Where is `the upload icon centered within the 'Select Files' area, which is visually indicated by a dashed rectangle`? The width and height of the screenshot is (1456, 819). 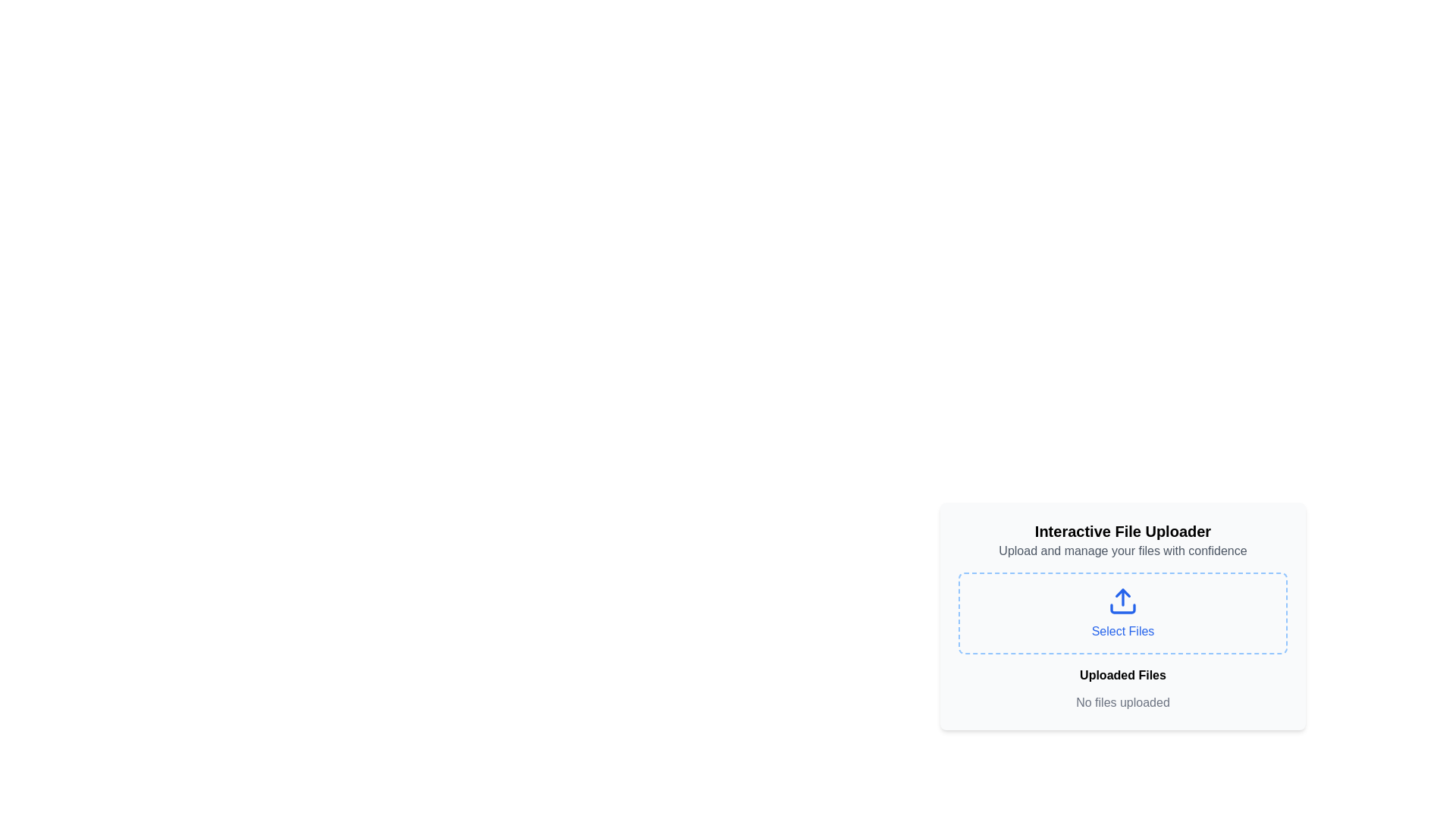 the upload icon centered within the 'Select Files' area, which is visually indicated by a dashed rectangle is located at coordinates (1123, 601).